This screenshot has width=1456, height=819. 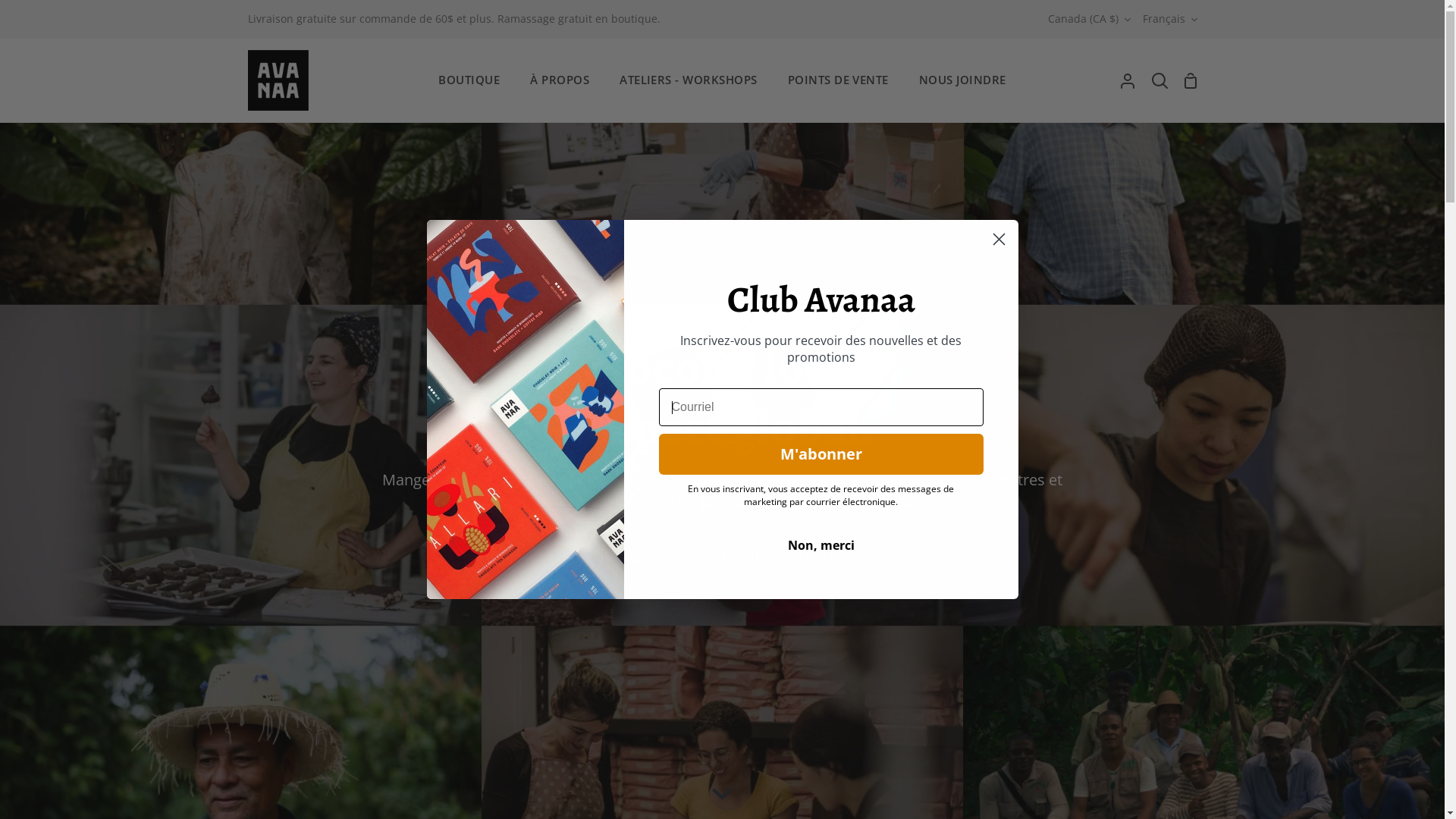 I want to click on 'BOUTIQUE', so click(x=422, y=80).